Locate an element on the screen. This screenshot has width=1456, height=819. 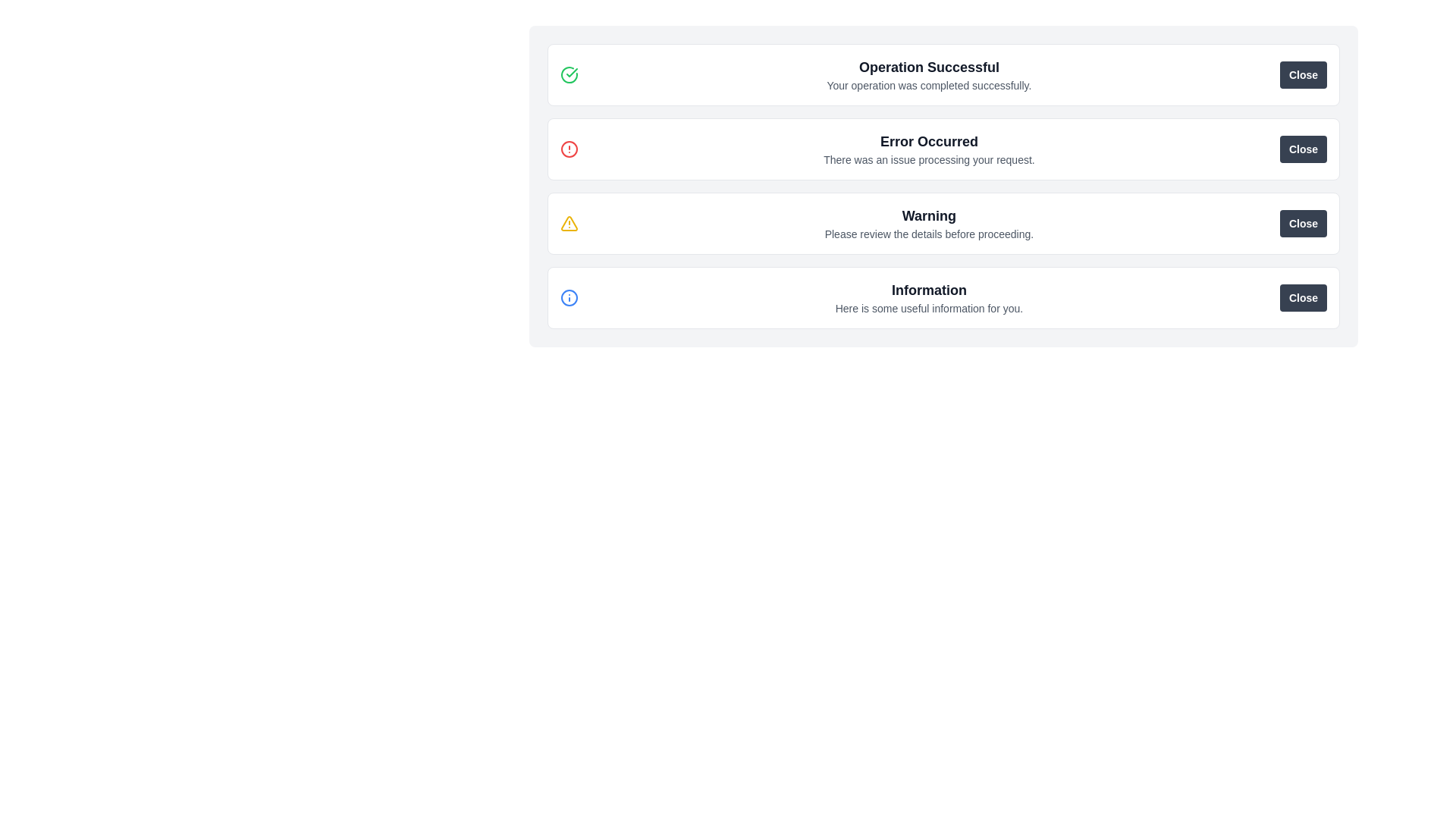
warning text from the Alert Box which displays a bold title 'Warning' and the descriptive text 'Please review the details before proceeding.' is located at coordinates (943, 223).